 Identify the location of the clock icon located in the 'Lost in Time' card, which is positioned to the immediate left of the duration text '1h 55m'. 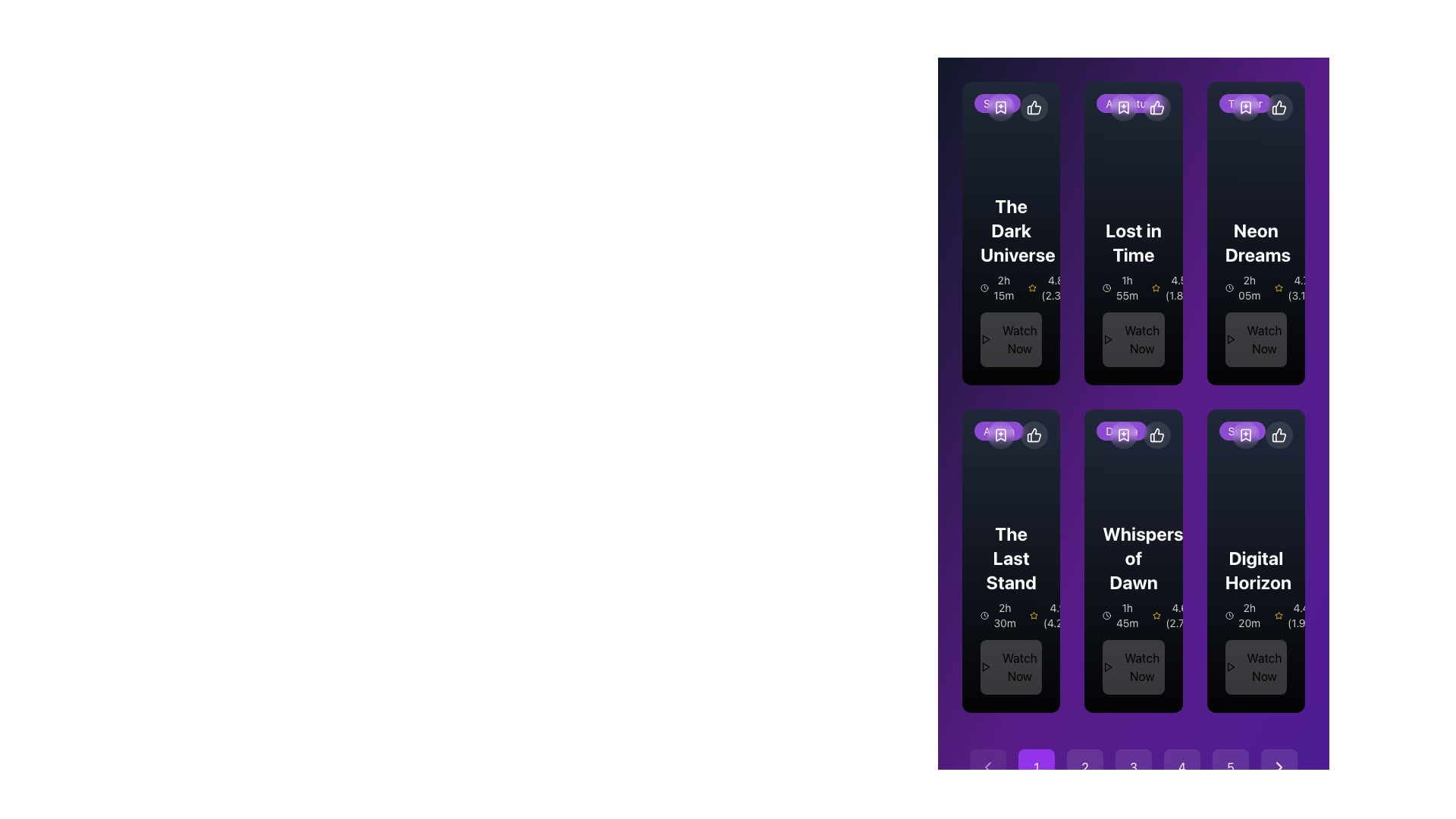
(1106, 288).